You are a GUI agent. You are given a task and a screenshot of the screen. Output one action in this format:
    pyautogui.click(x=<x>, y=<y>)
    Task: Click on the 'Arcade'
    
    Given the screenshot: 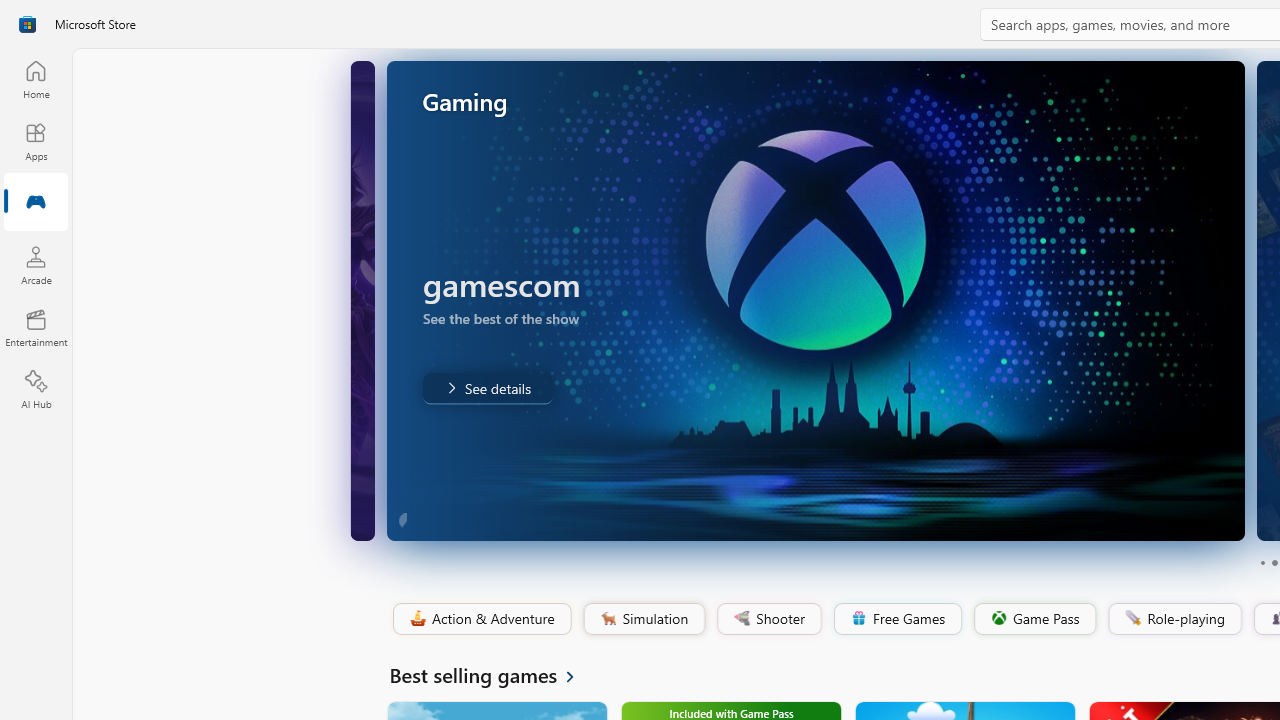 What is the action you would take?
    pyautogui.click(x=35, y=264)
    